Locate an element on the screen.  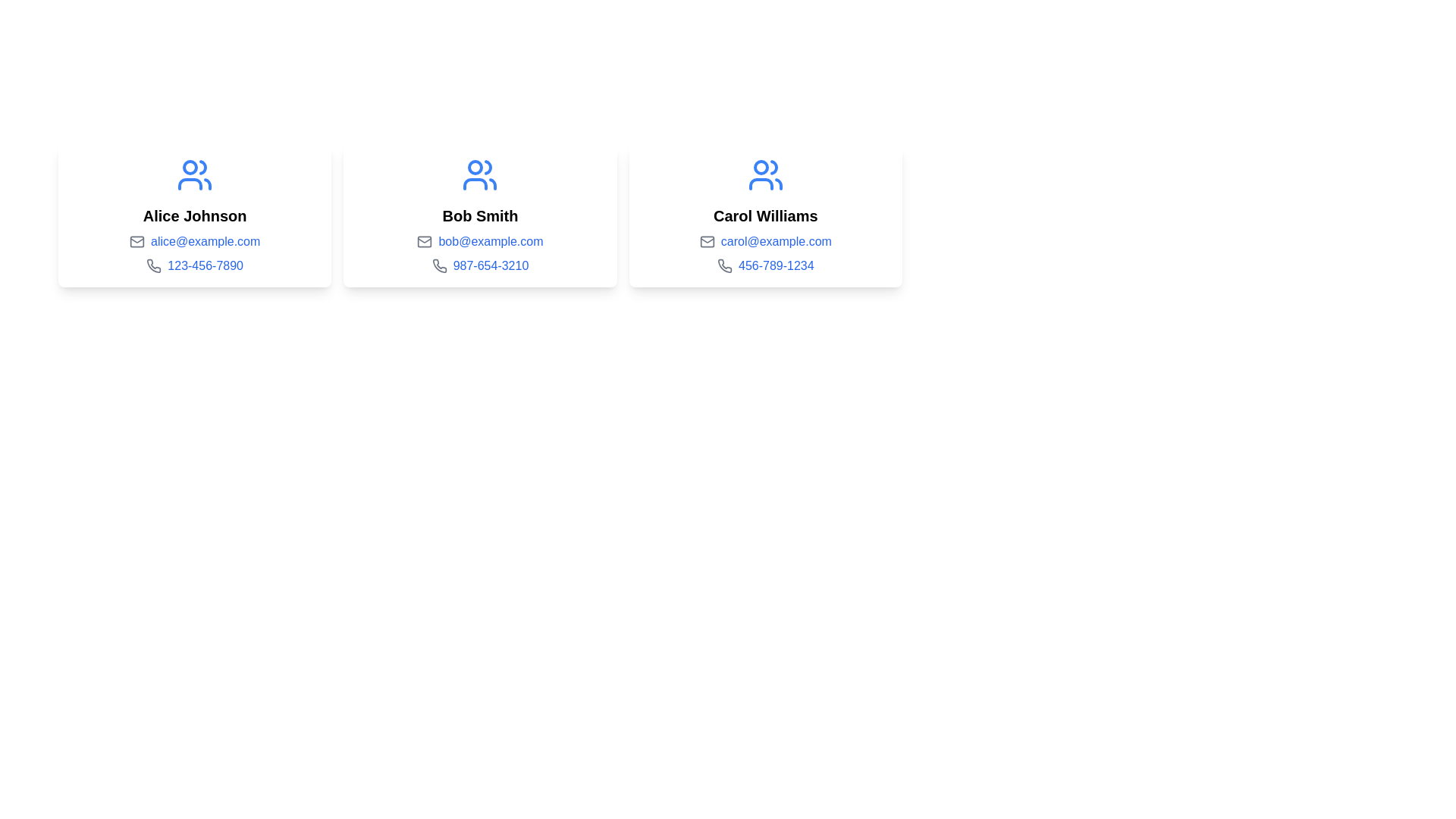
the hyperlink 'carol@example.com' located is located at coordinates (776, 241).